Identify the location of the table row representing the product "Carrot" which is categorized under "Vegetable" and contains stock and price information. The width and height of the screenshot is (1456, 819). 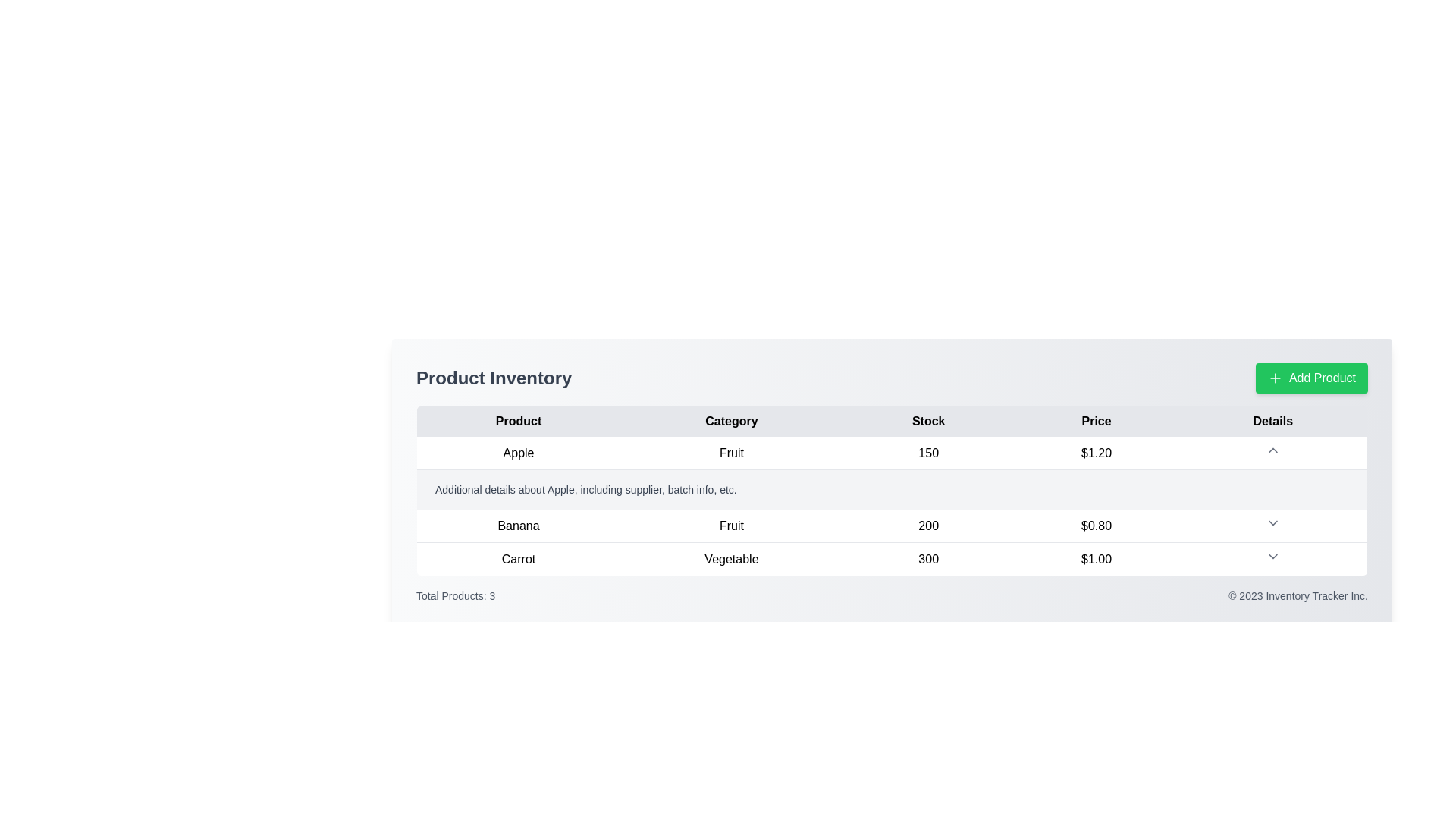
(892, 559).